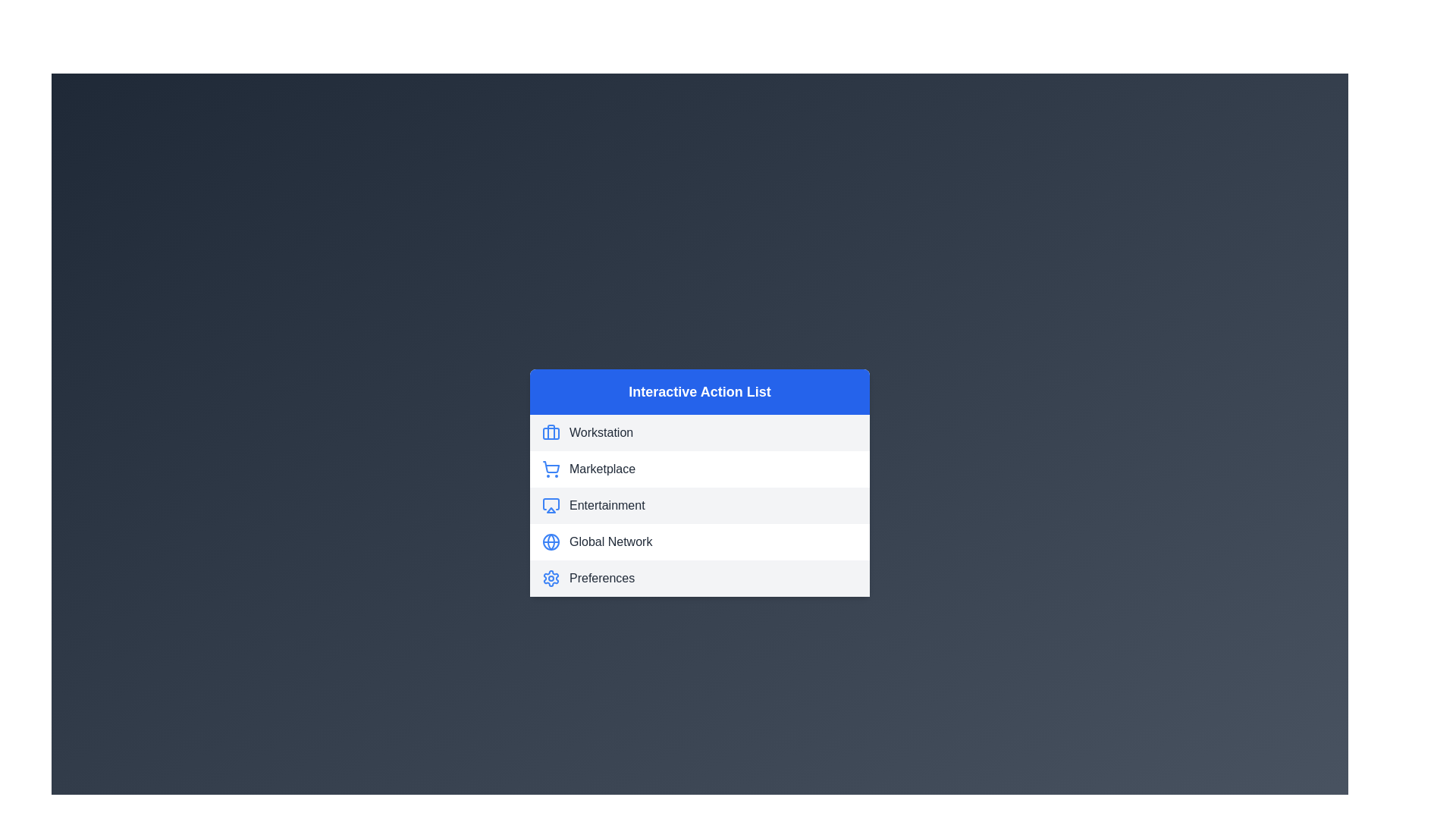 The width and height of the screenshot is (1456, 819). Describe the element at coordinates (550, 541) in the screenshot. I see `the globe icon with a circular outline and intersecting lines, located next to the 'Global Network' text label in the 'Interactive Action List' section` at that location.